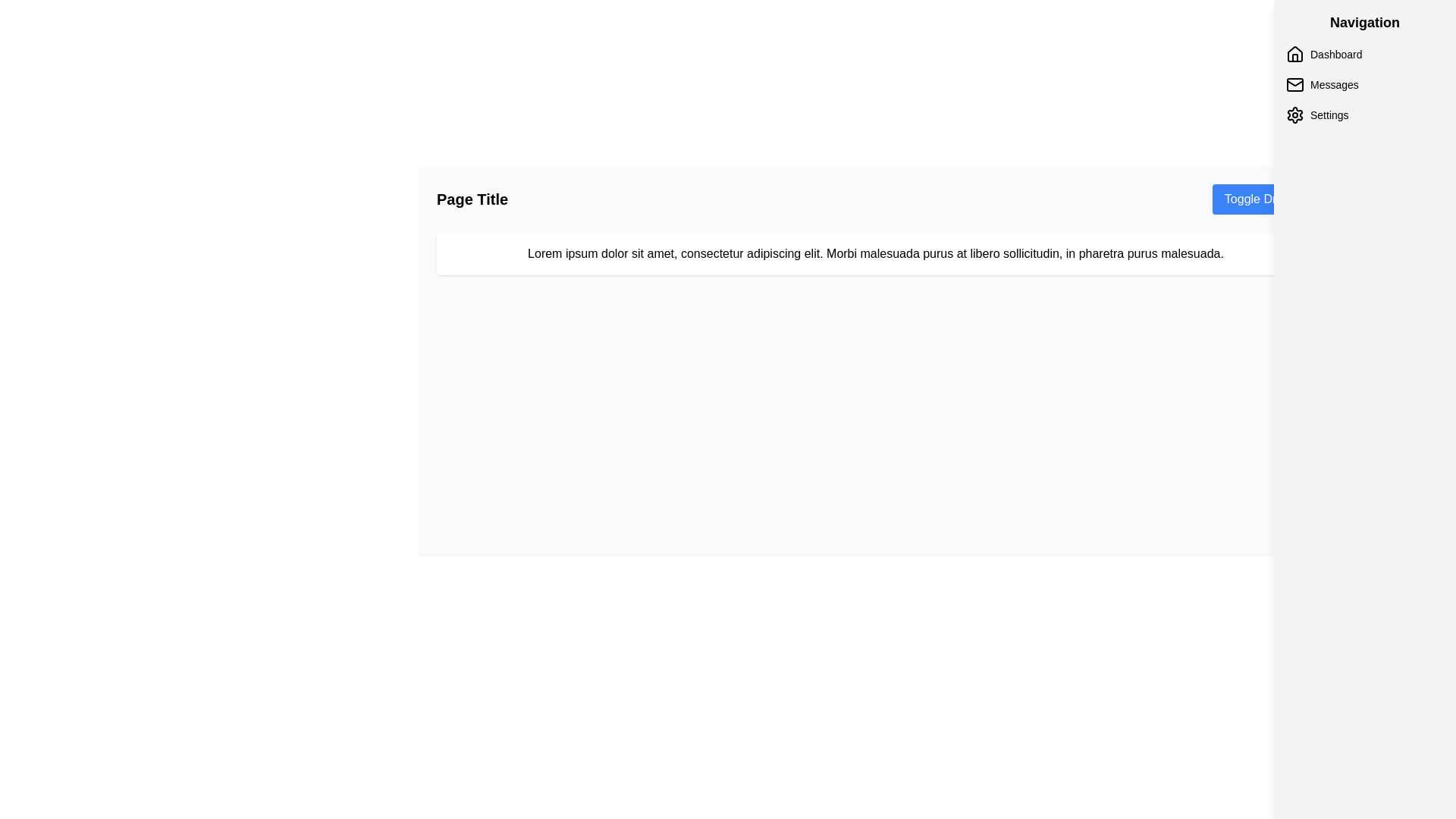 The height and width of the screenshot is (819, 1456). I want to click on the 'Settings' icon in the navigation sidebar, which is located to the left of the 'Settings' text label, so click(1294, 114).